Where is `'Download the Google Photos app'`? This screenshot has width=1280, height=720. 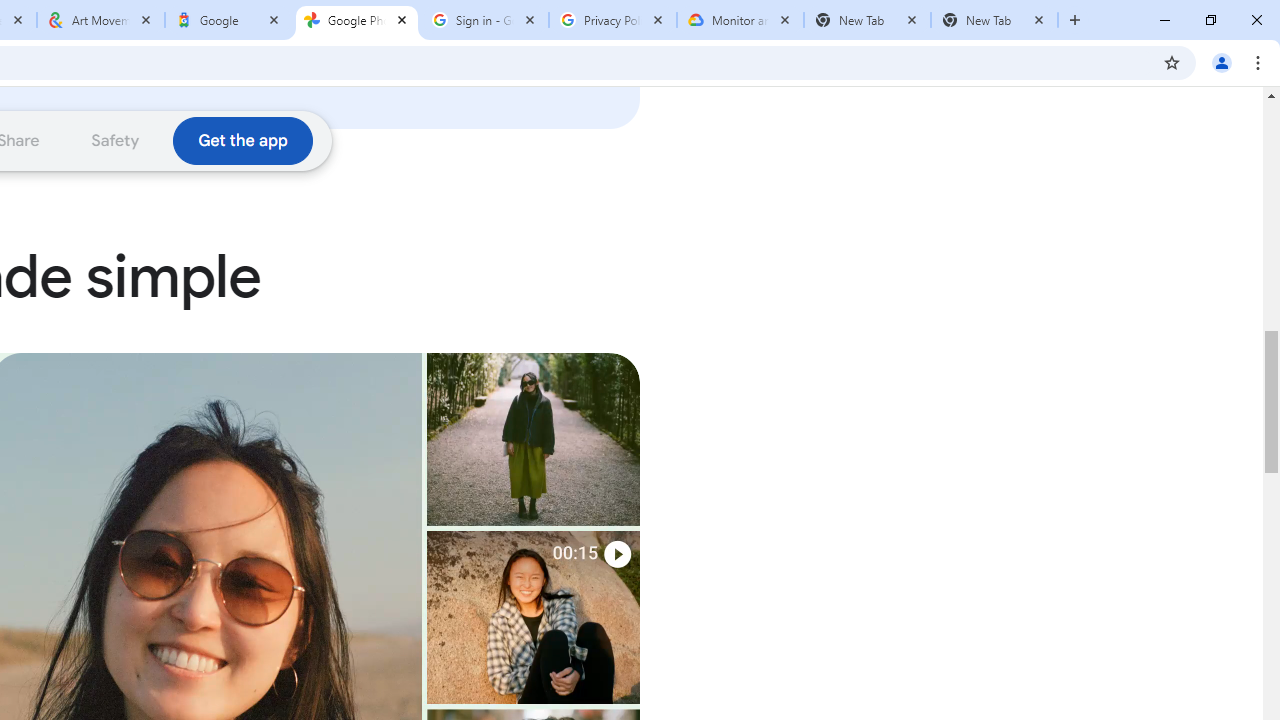 'Download the Google Photos app' is located at coordinates (242, 139).